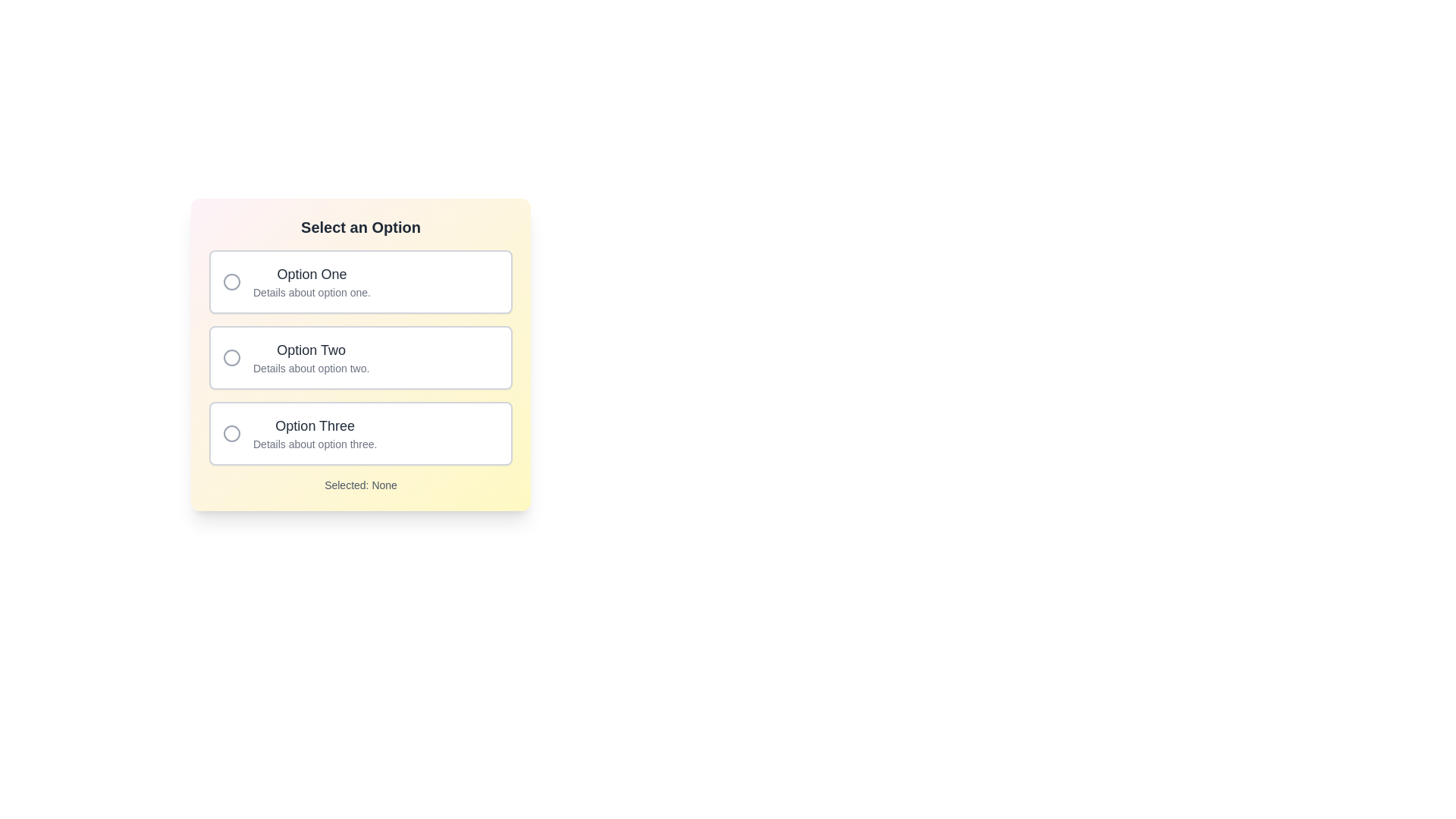  I want to click on the circular radio button with a white background and gray border located to the left of the 'Option Three' text in the third selectable option row, so click(231, 433).